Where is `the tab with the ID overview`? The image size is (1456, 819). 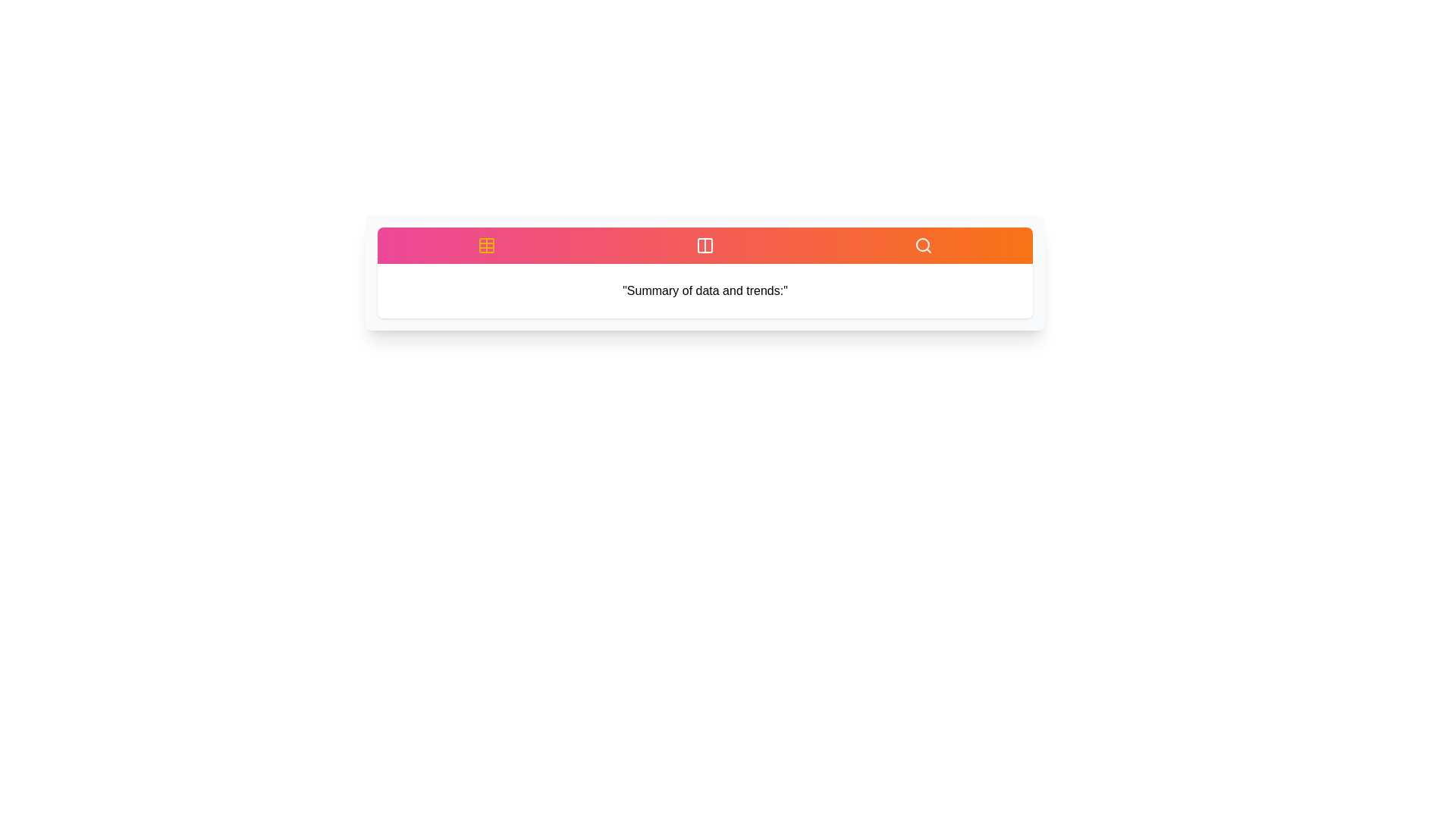 the tab with the ID overview is located at coordinates (487, 245).